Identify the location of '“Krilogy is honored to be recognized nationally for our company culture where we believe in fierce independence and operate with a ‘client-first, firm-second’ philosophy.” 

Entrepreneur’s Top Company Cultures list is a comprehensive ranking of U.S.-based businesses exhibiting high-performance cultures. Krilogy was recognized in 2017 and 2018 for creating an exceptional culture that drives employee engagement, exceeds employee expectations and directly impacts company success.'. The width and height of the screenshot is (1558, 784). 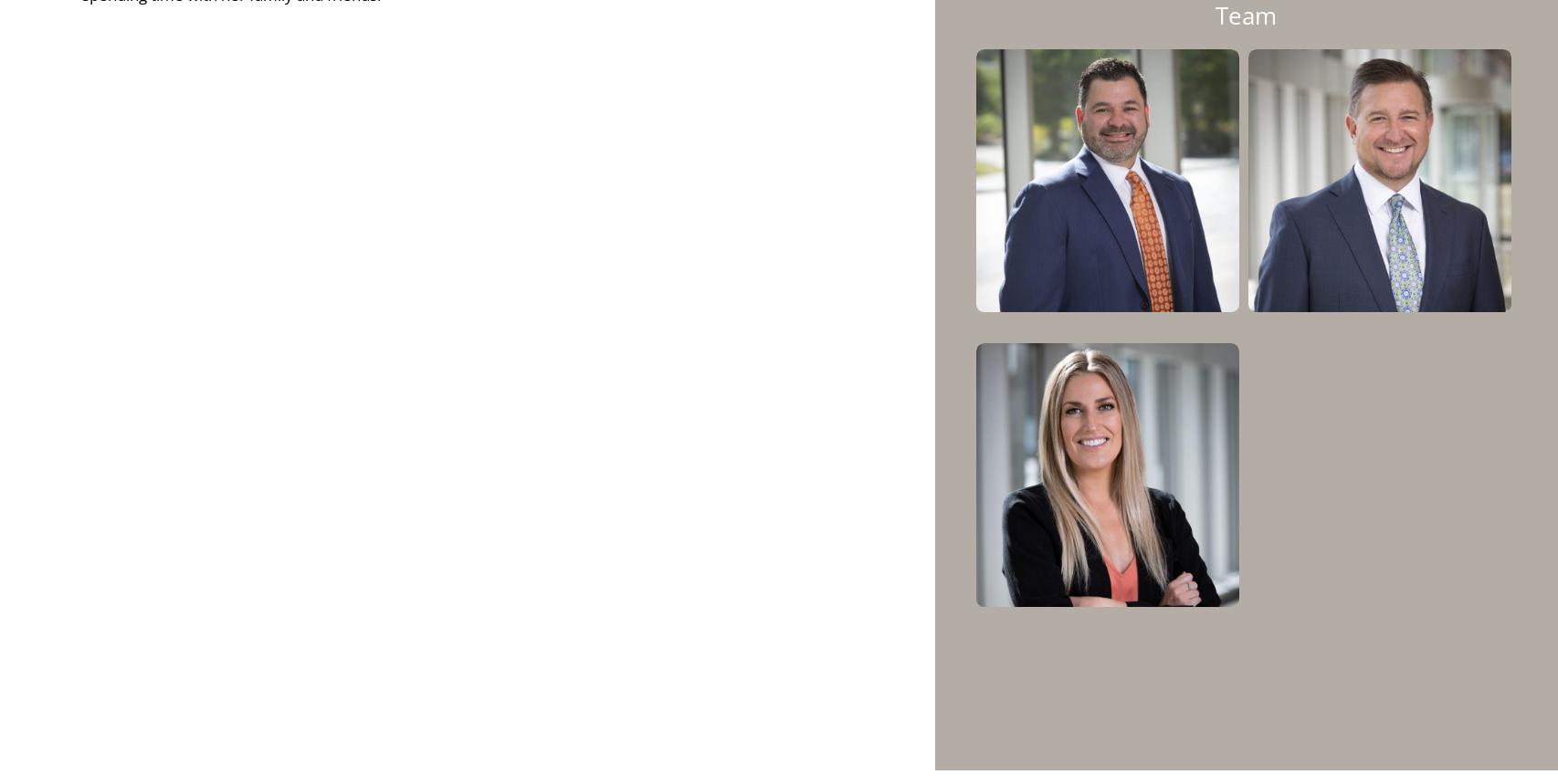
(948, 434).